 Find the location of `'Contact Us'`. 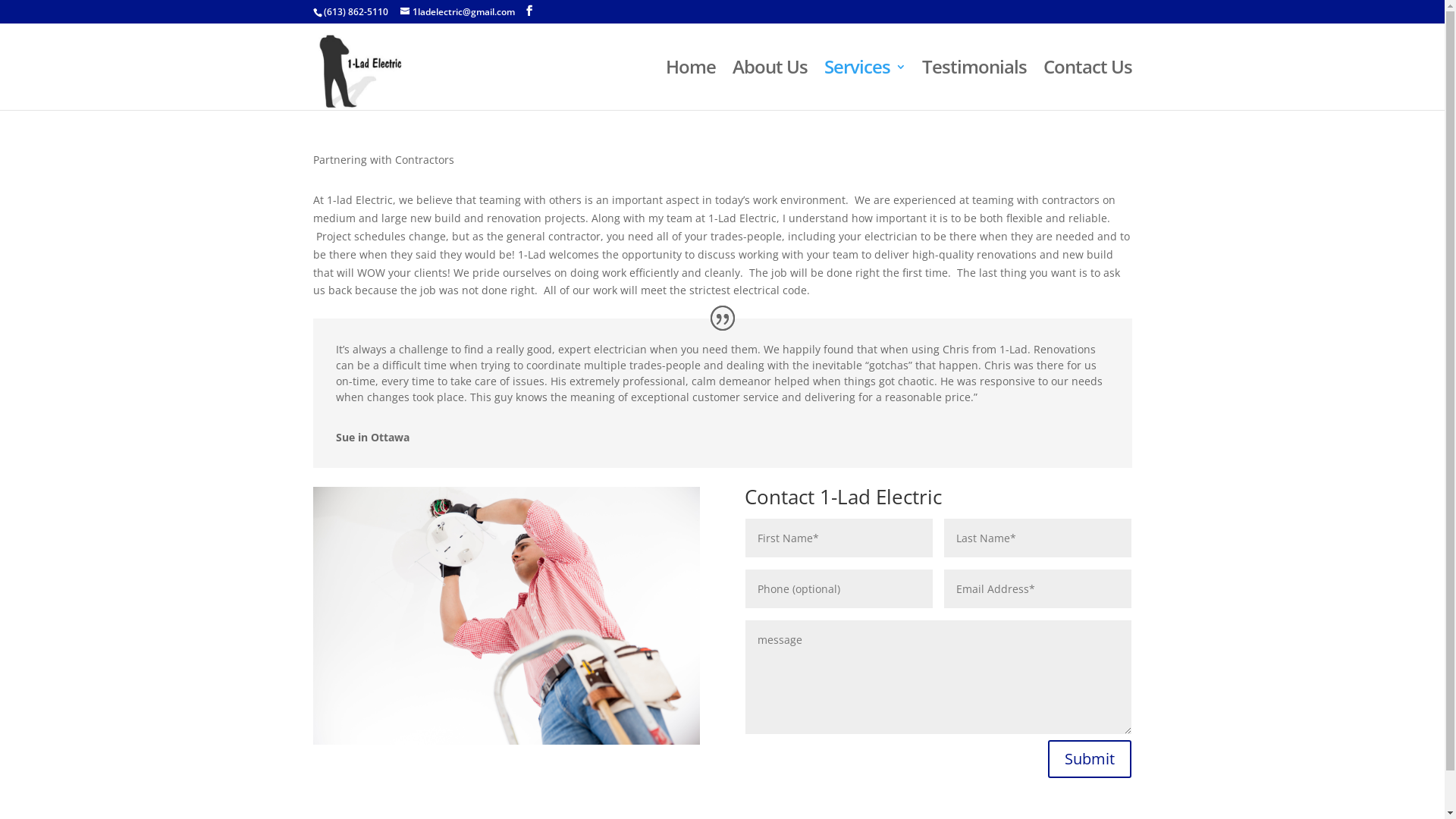

'Contact Us' is located at coordinates (1087, 85).